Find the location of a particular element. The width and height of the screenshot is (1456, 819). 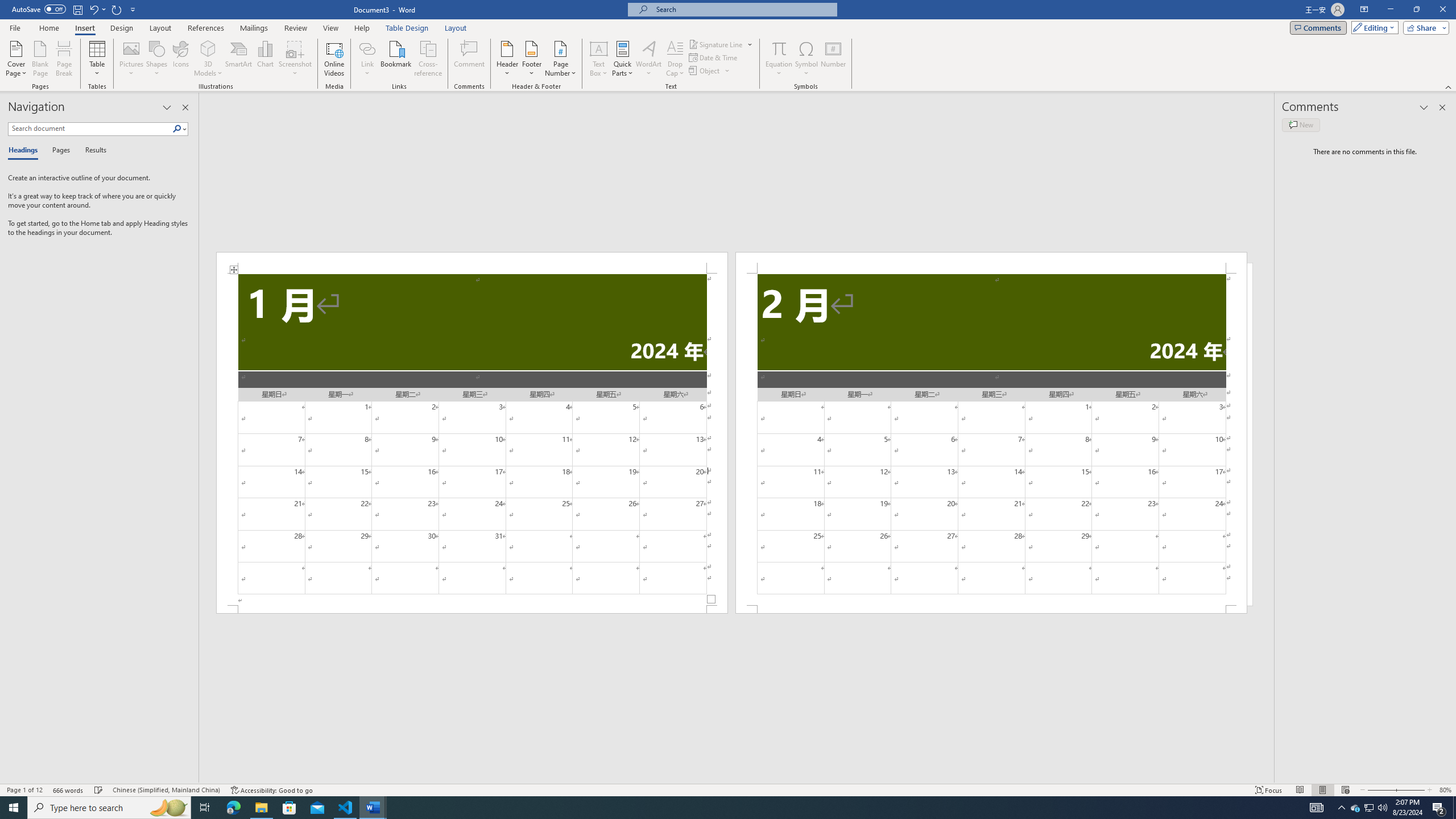

'Word Count 666 words' is located at coordinates (69, 790).